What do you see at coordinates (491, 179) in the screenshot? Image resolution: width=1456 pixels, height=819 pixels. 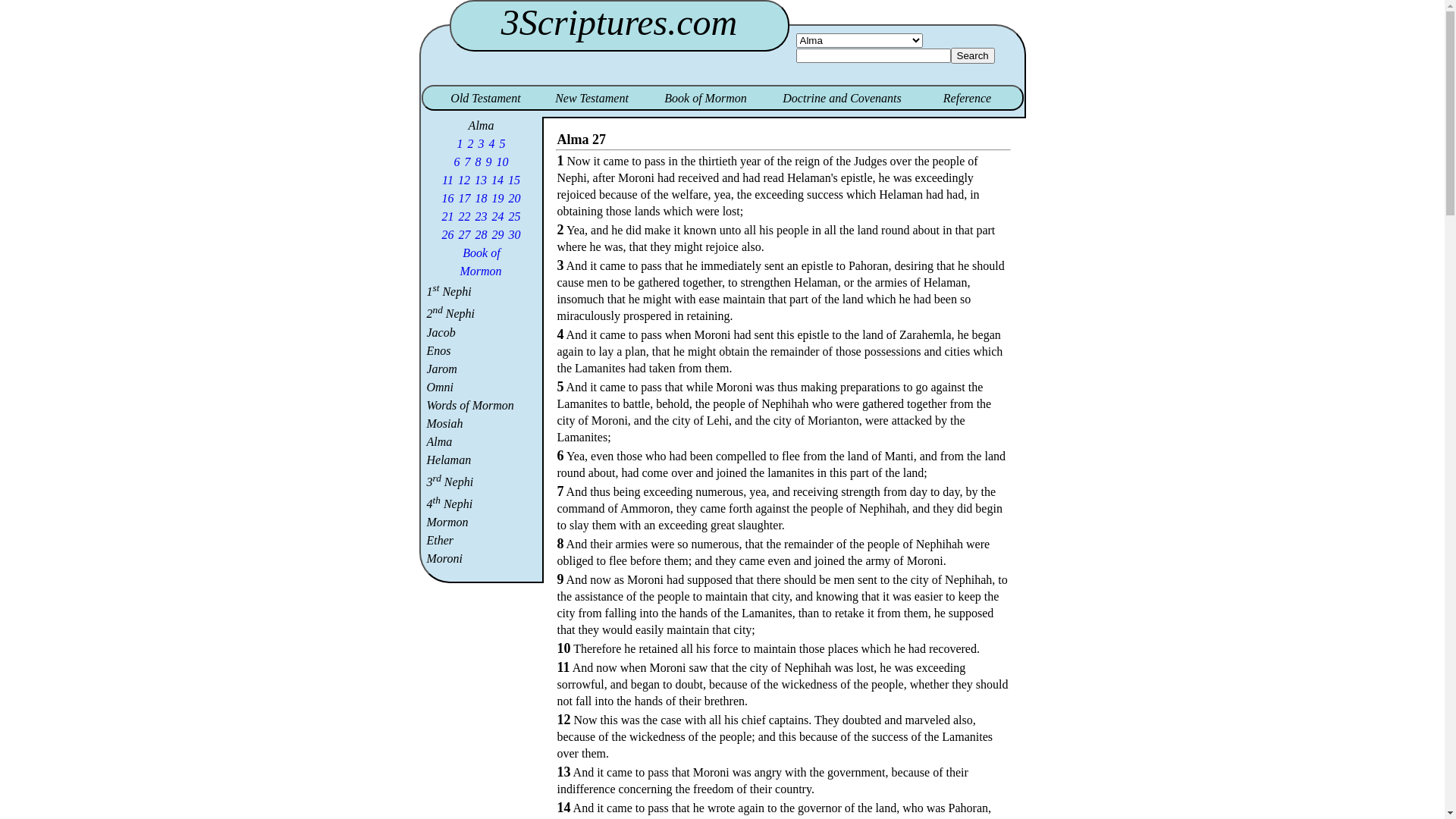 I see `'14'` at bounding box center [491, 179].